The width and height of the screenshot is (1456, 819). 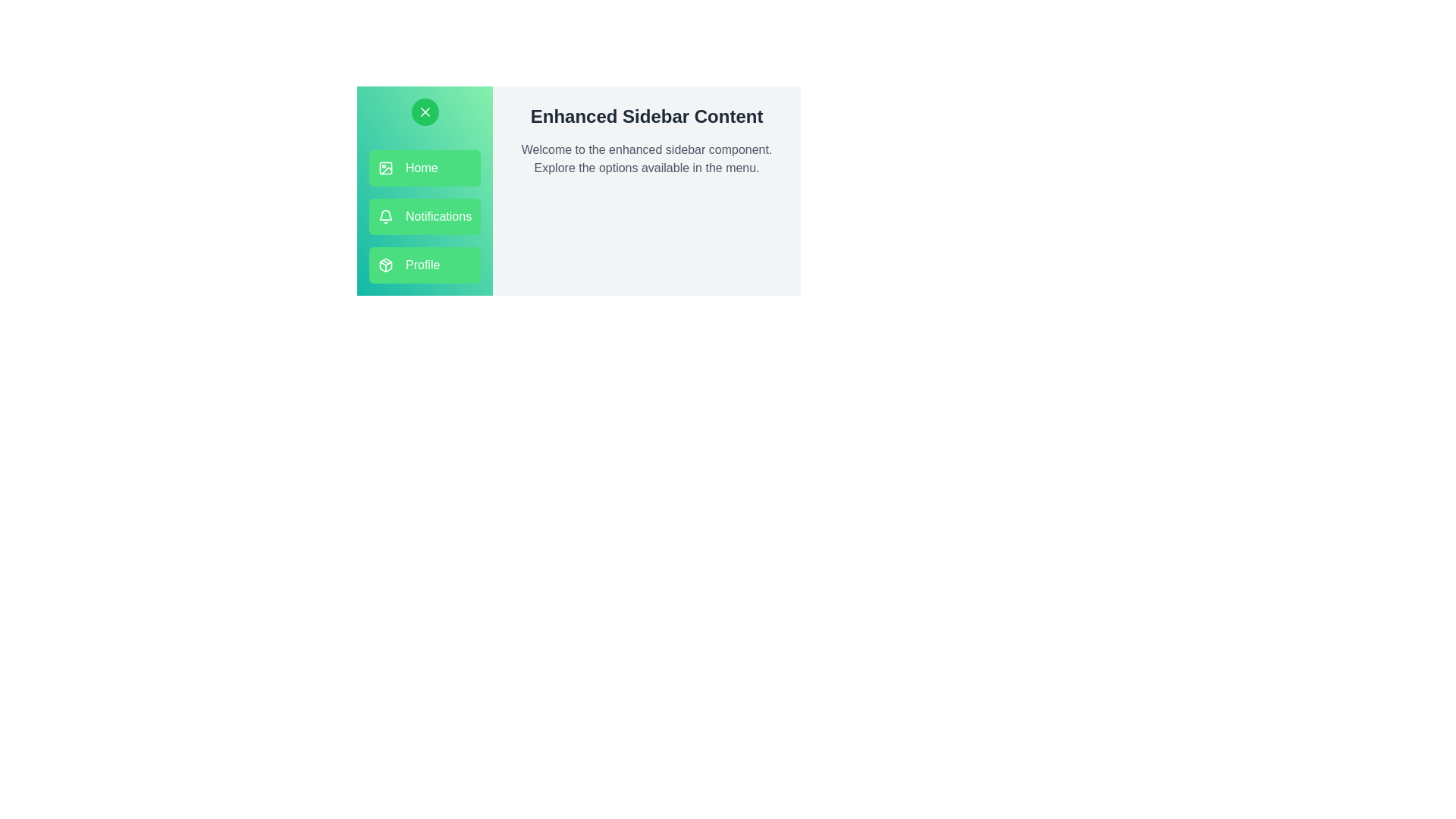 I want to click on the menu option Home to see its hover effect, so click(x=425, y=168).